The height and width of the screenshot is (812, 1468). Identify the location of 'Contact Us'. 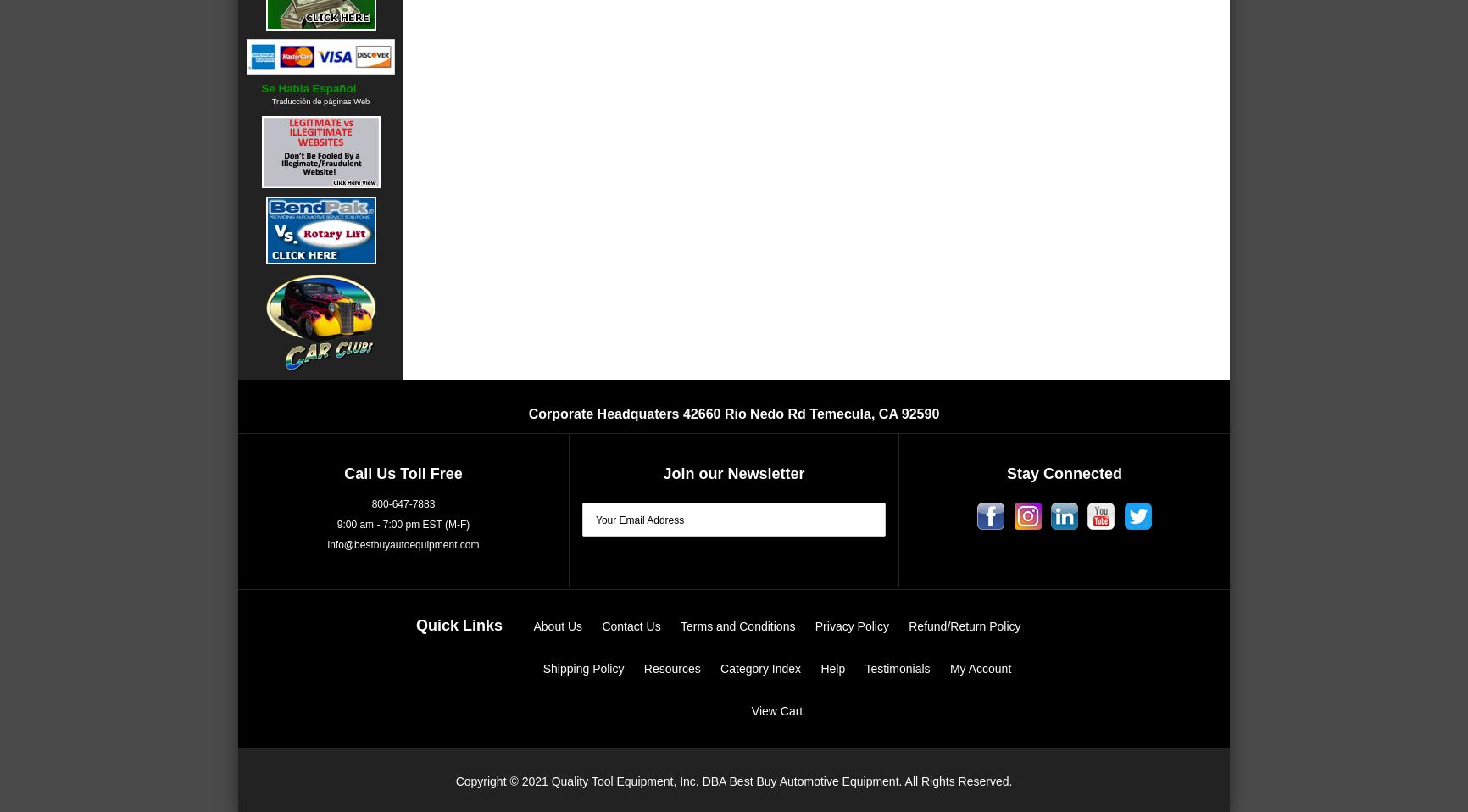
(630, 626).